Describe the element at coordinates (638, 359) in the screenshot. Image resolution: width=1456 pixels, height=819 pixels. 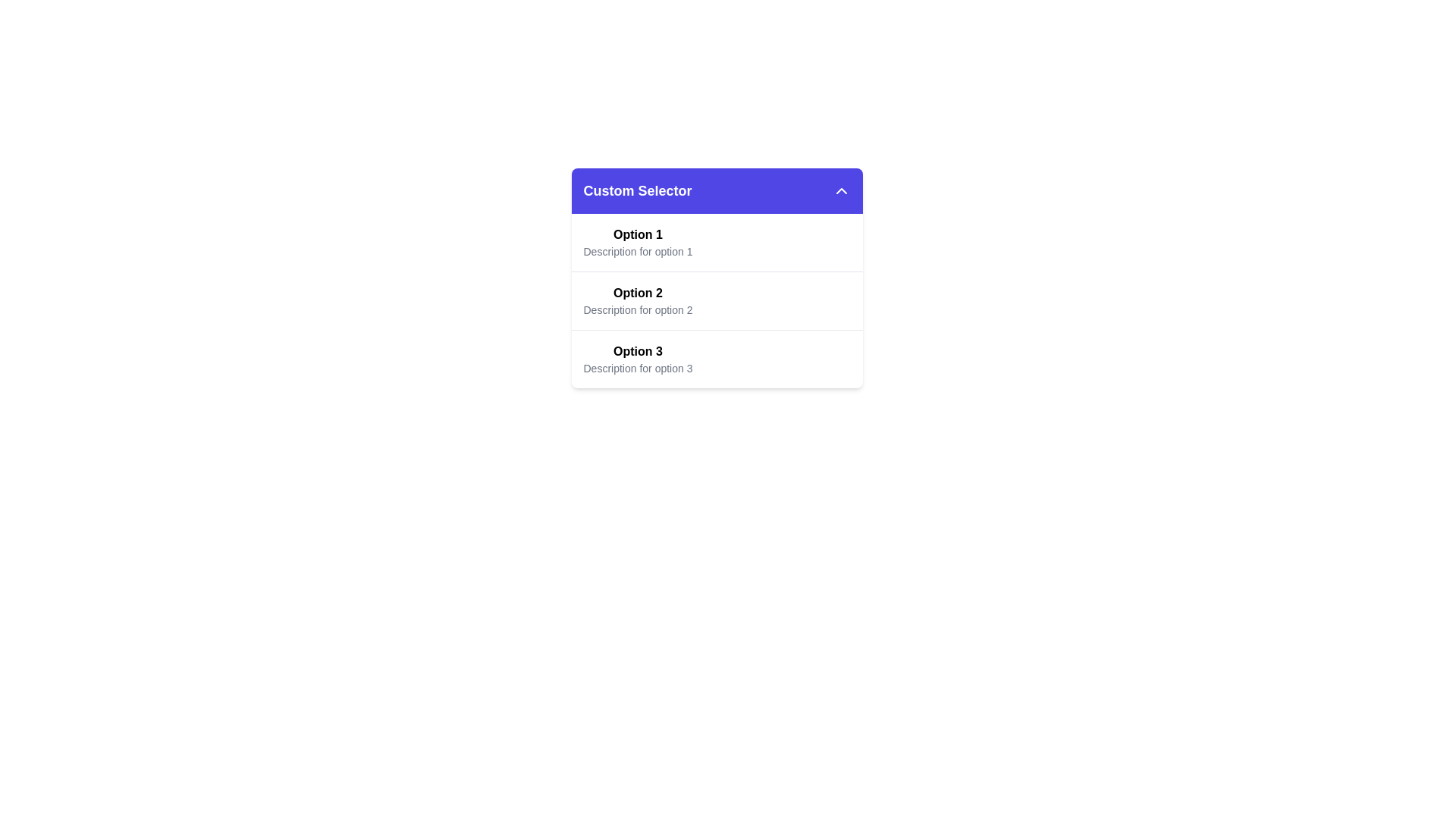
I see `to select 'Option 3' from the dropdown menu 'Custom Selector', which is the third item in the list and has a bold title above a lighter description` at that location.